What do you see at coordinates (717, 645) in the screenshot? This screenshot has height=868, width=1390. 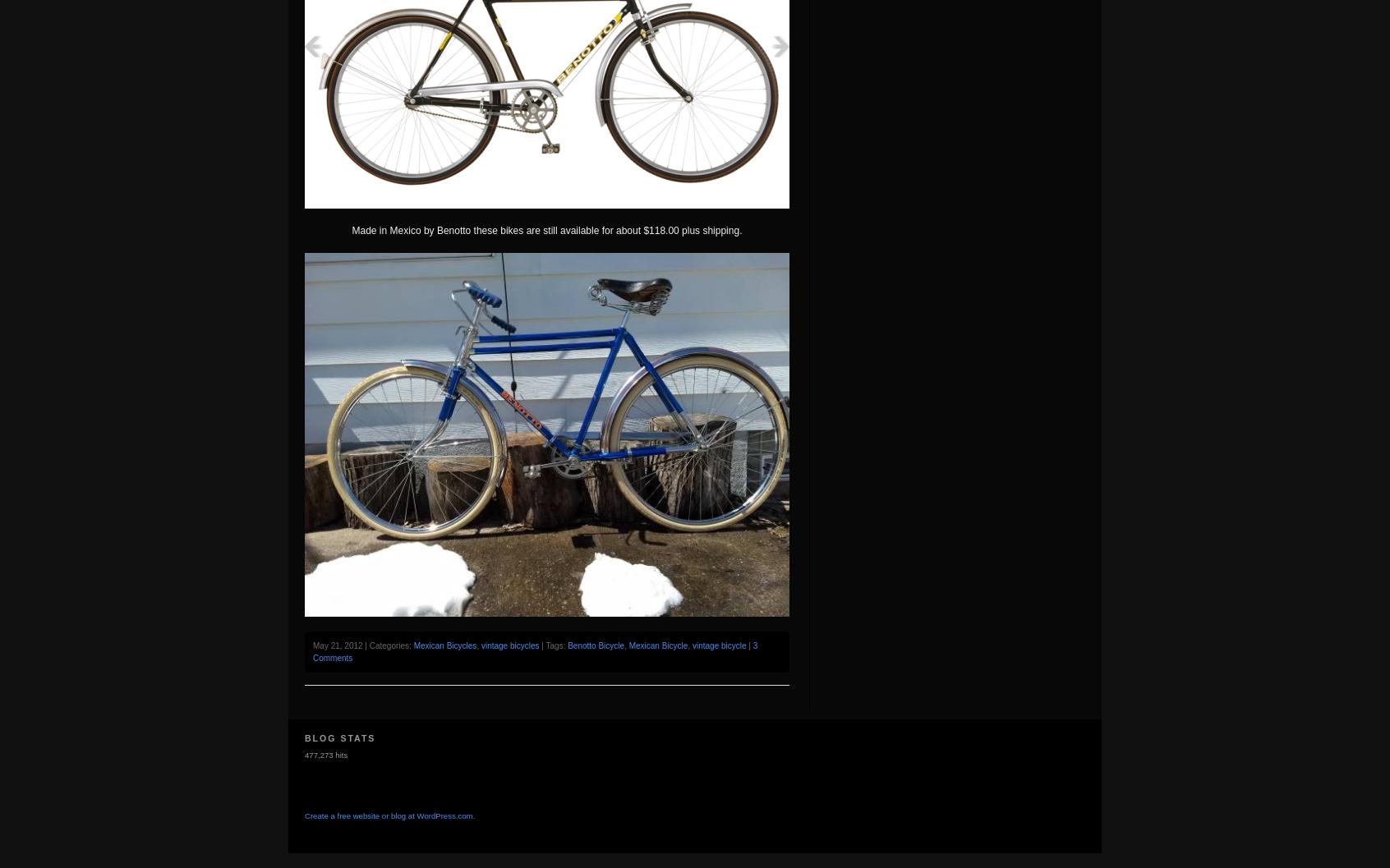 I see `'vintage bicycle'` at bounding box center [717, 645].